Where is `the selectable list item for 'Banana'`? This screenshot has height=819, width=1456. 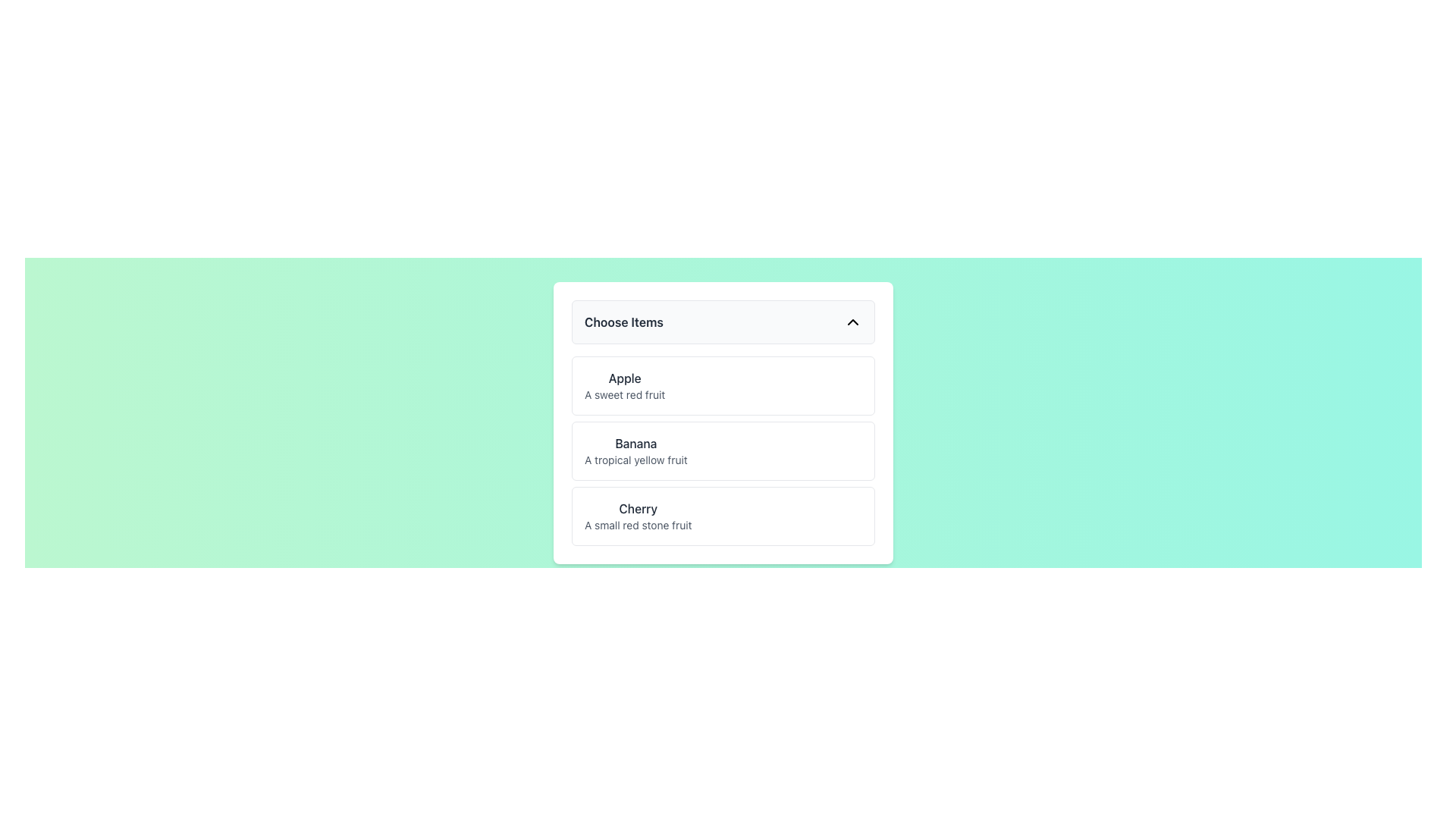 the selectable list item for 'Banana' is located at coordinates (723, 423).